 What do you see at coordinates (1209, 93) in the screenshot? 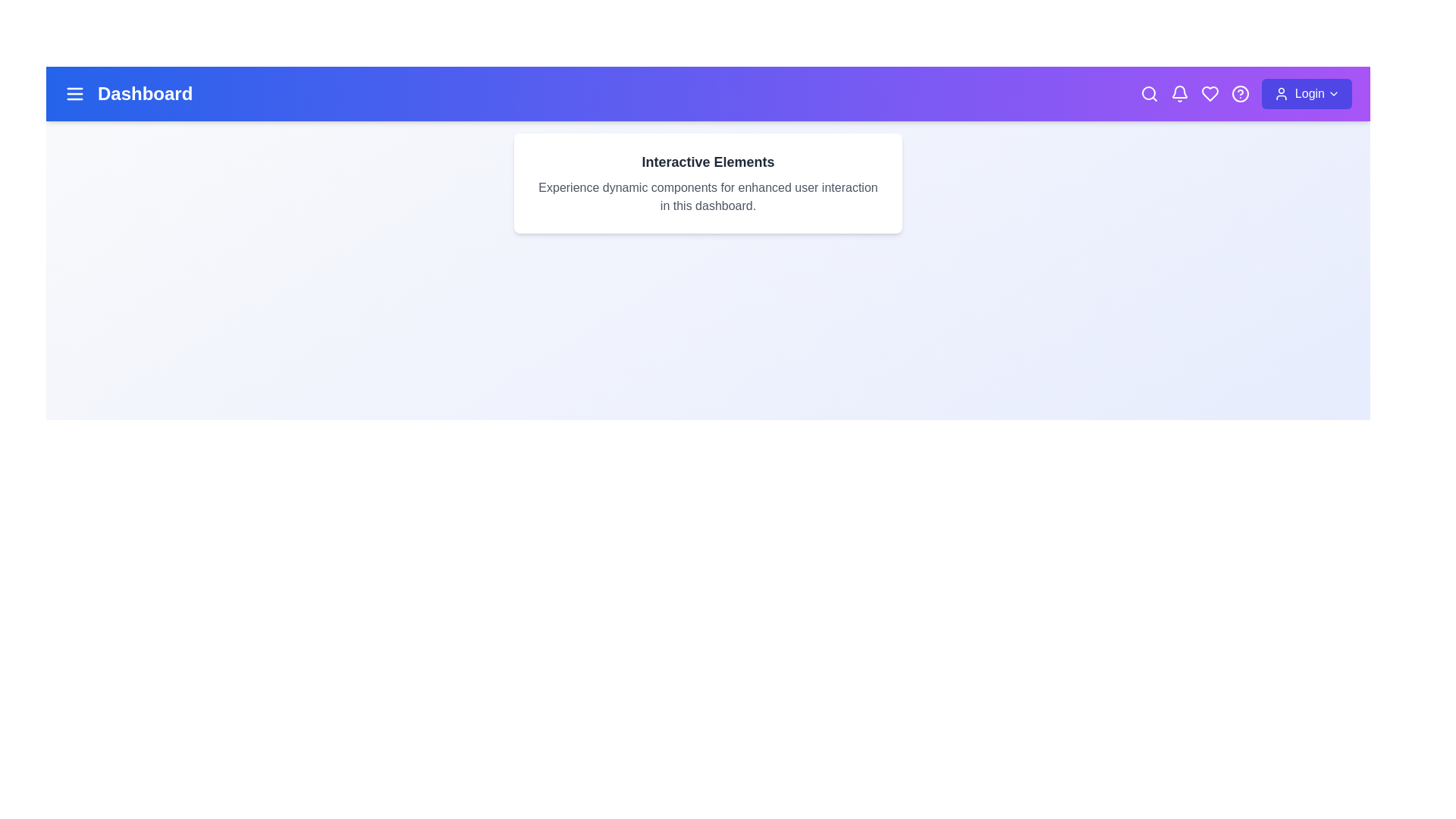
I see `the heart icon to mark it as a favorite` at bounding box center [1209, 93].